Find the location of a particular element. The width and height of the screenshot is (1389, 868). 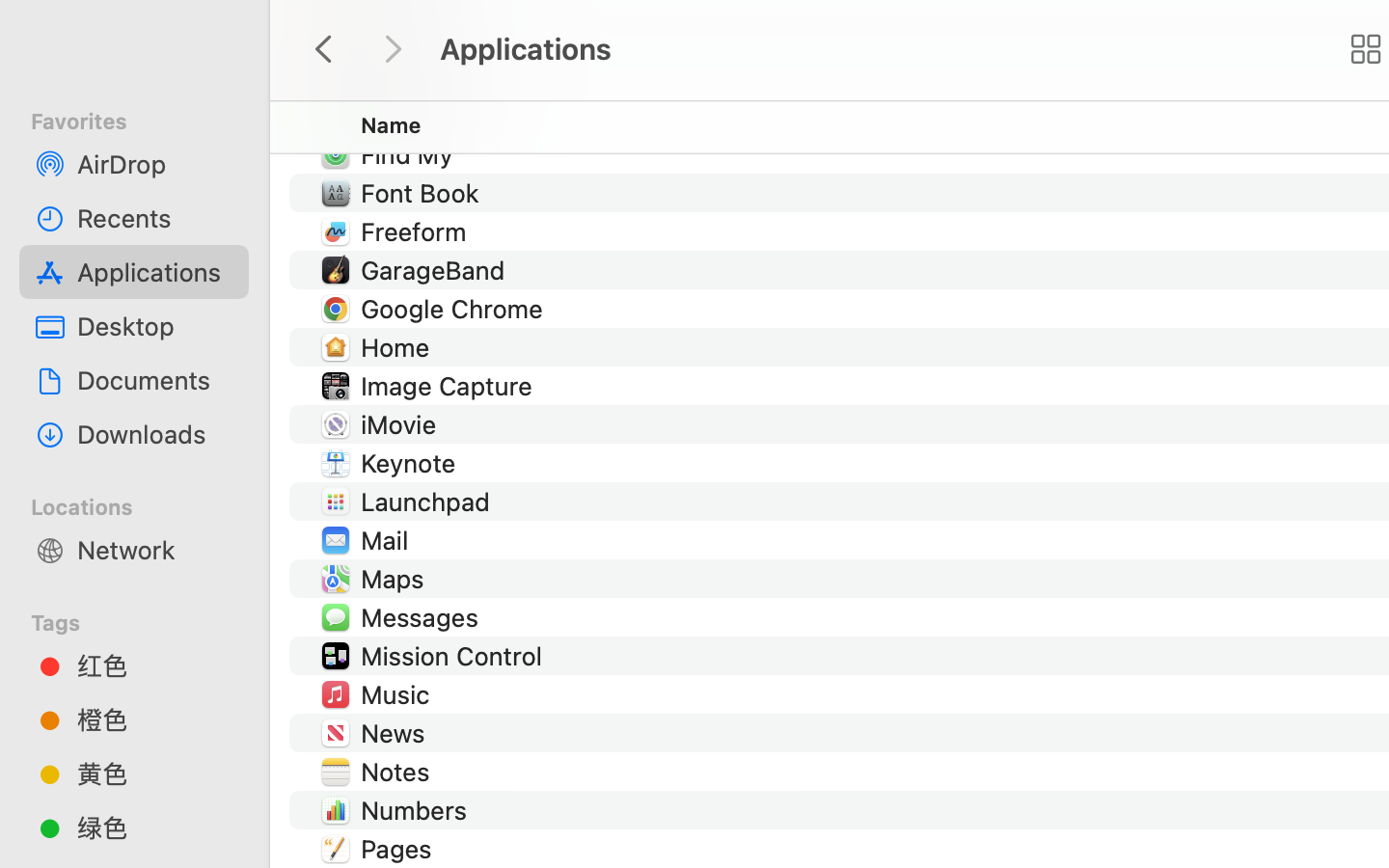

'Recents' is located at coordinates (153, 217).